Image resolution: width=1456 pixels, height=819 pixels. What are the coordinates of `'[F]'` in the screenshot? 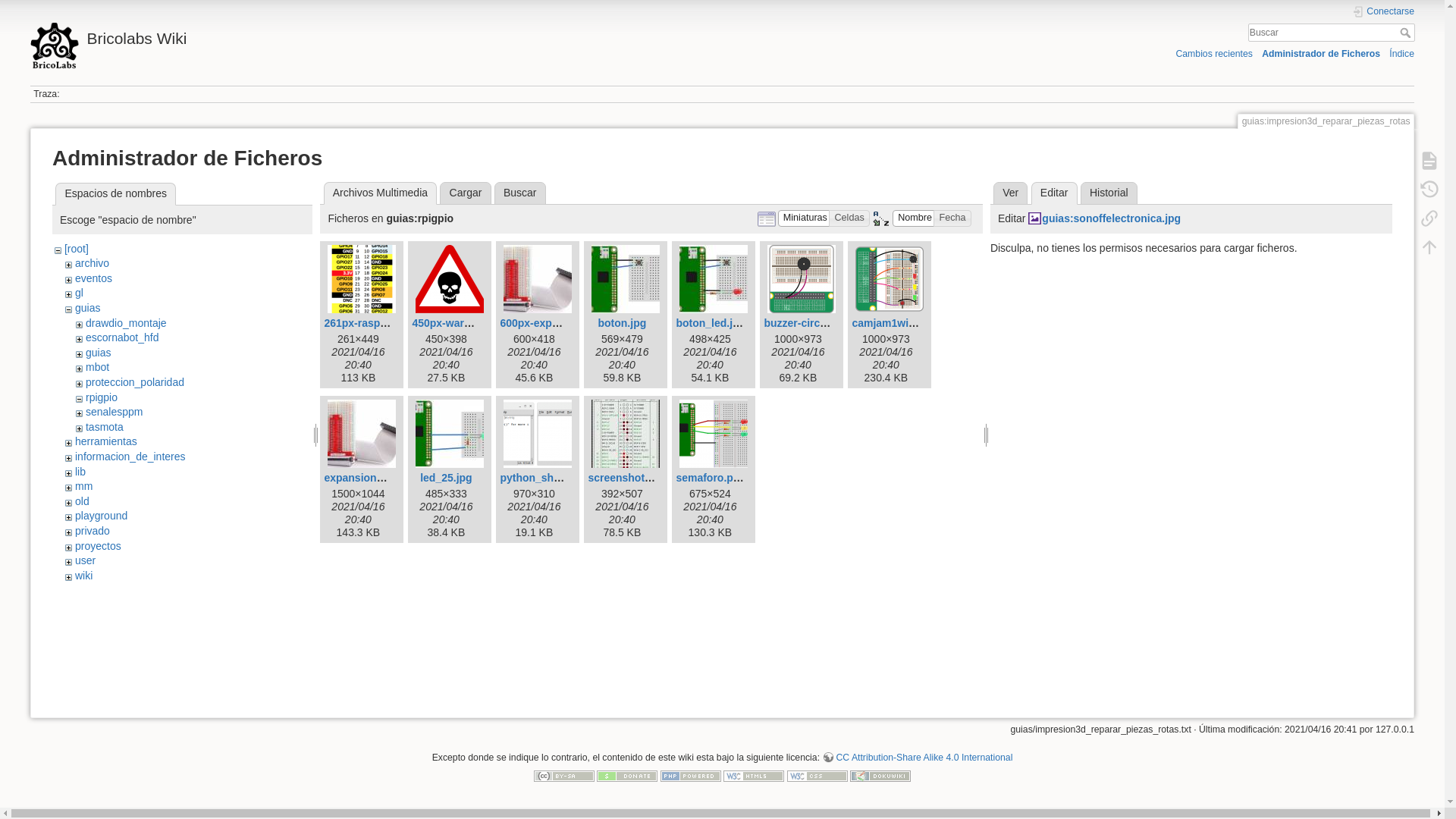 It's located at (1331, 33).